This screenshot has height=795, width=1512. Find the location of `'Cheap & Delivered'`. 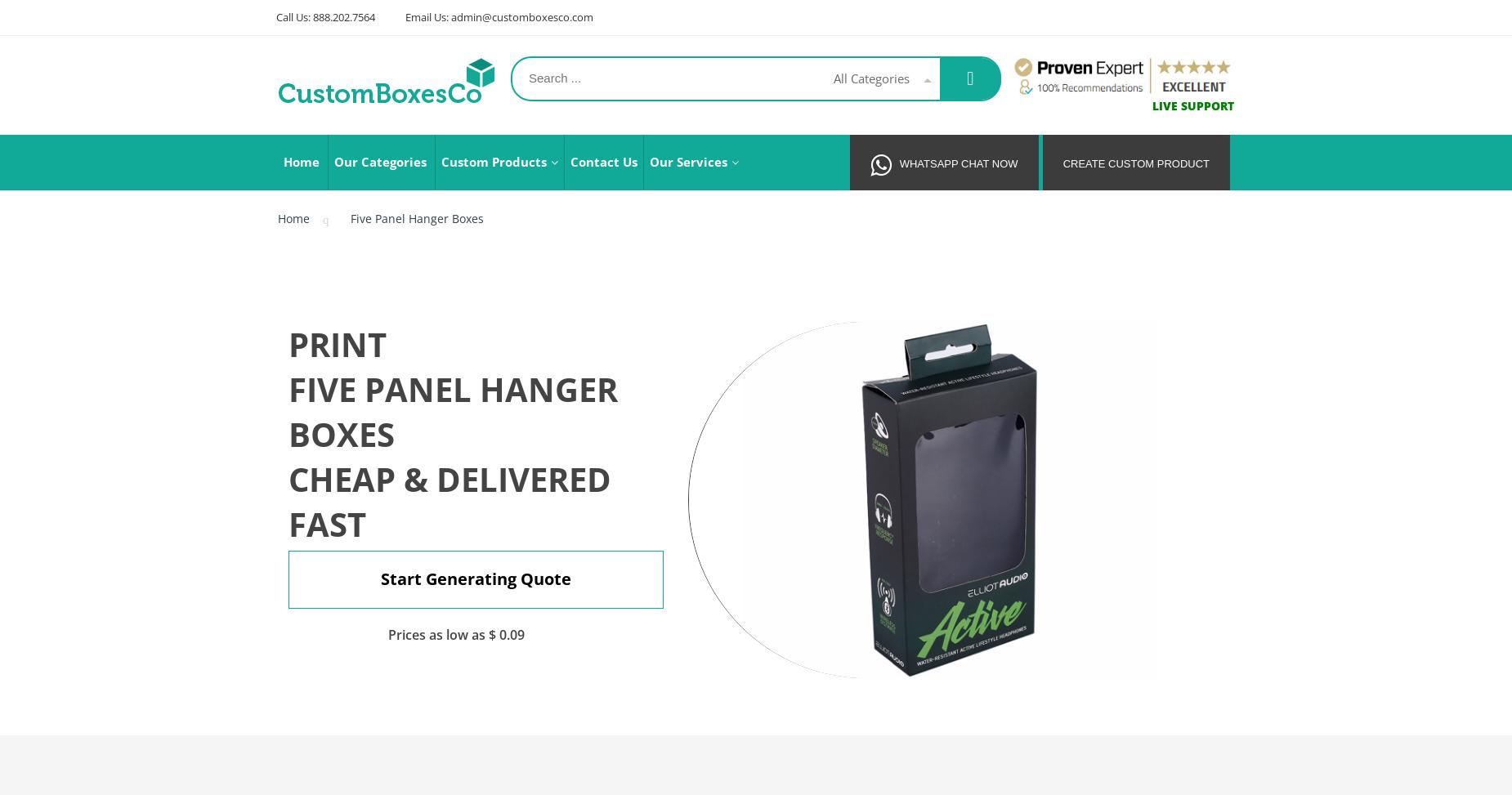

'Cheap & Delivered' is located at coordinates (450, 479).